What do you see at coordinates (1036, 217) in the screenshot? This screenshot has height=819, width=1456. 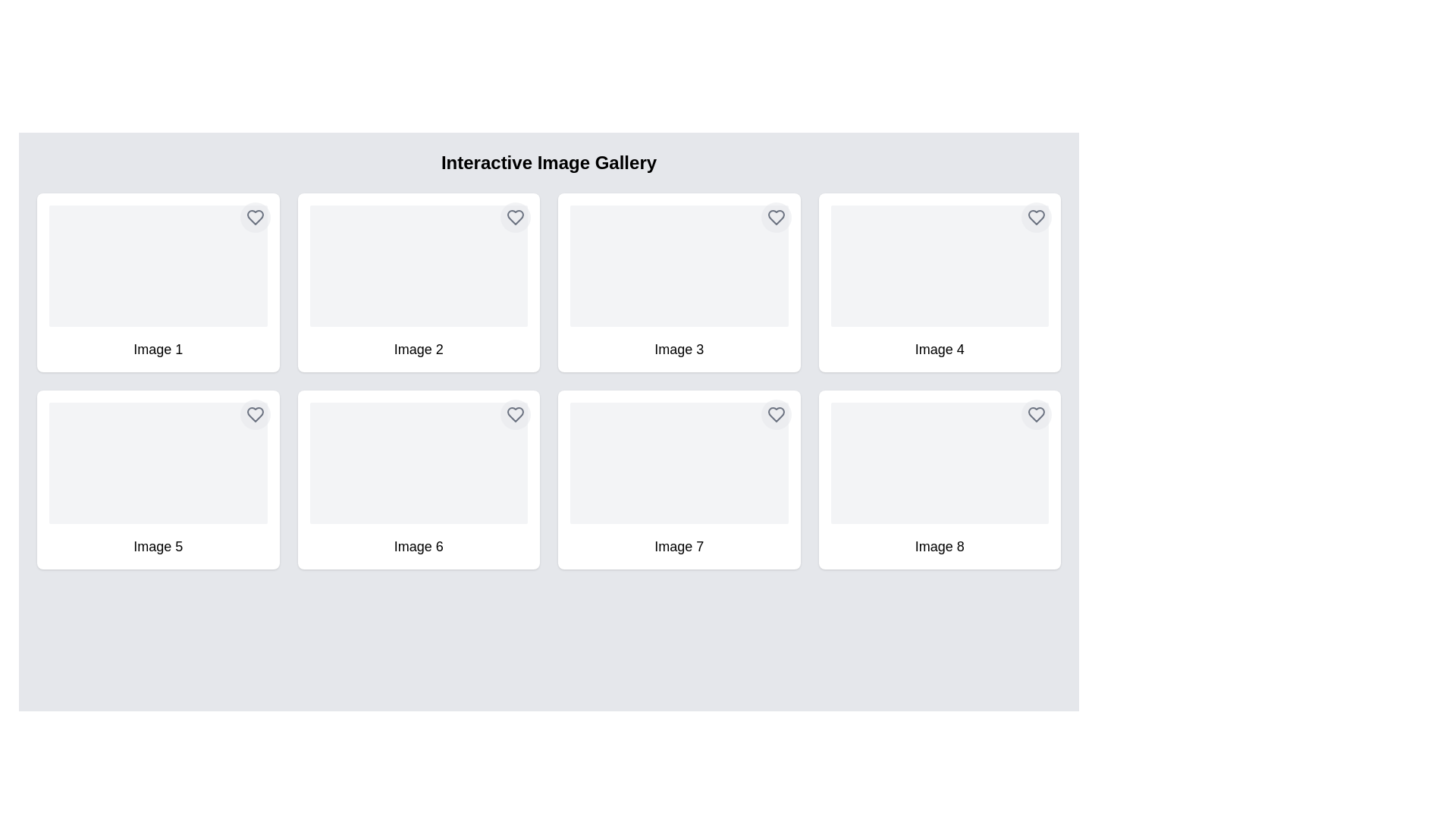 I see `the circular button with a semi-transparent gray background and heart-shaped icon in the top-right corner of the 'Image 4' card` at bounding box center [1036, 217].